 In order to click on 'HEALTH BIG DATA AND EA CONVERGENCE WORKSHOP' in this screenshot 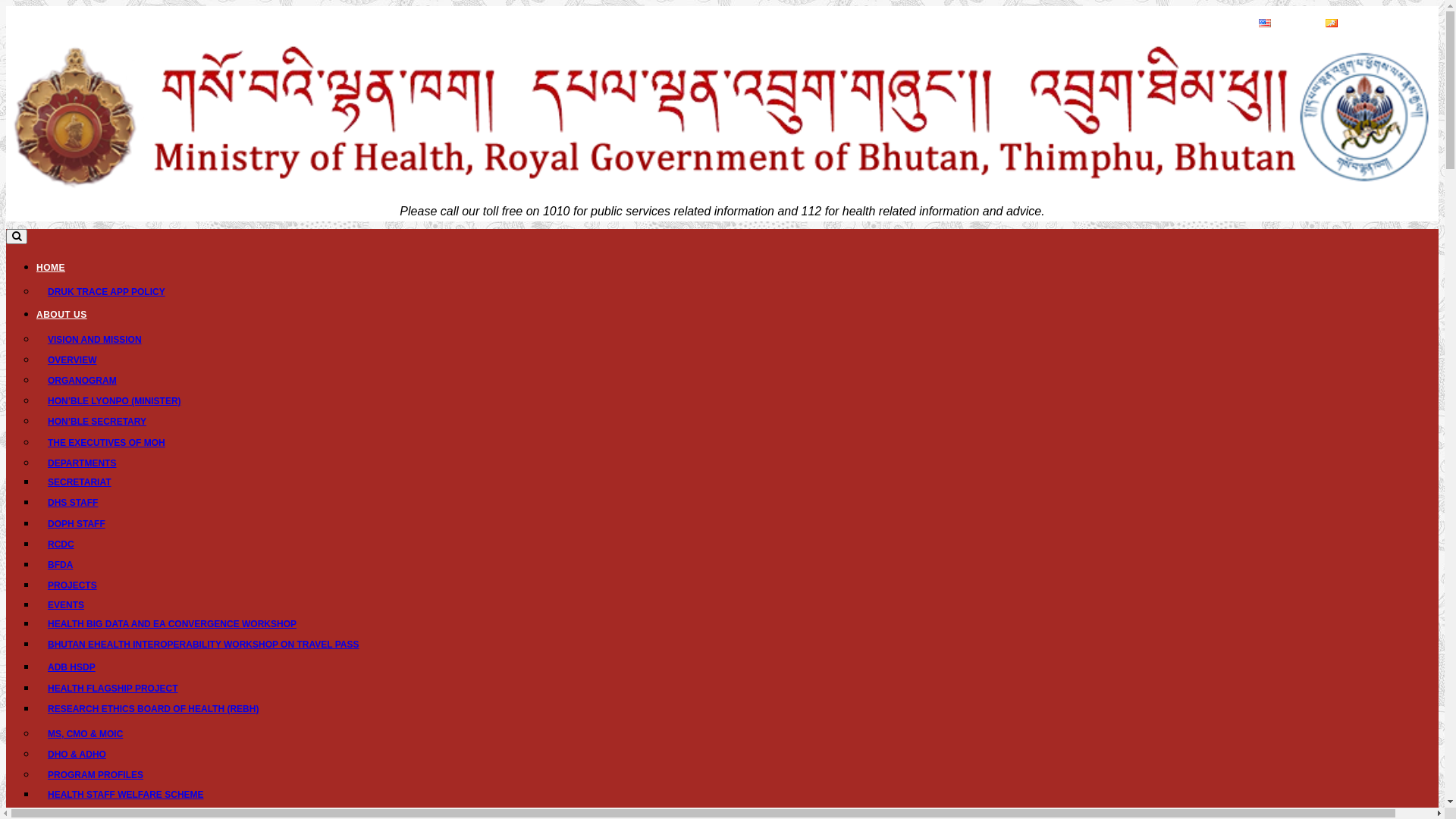, I will do `click(179, 623)`.